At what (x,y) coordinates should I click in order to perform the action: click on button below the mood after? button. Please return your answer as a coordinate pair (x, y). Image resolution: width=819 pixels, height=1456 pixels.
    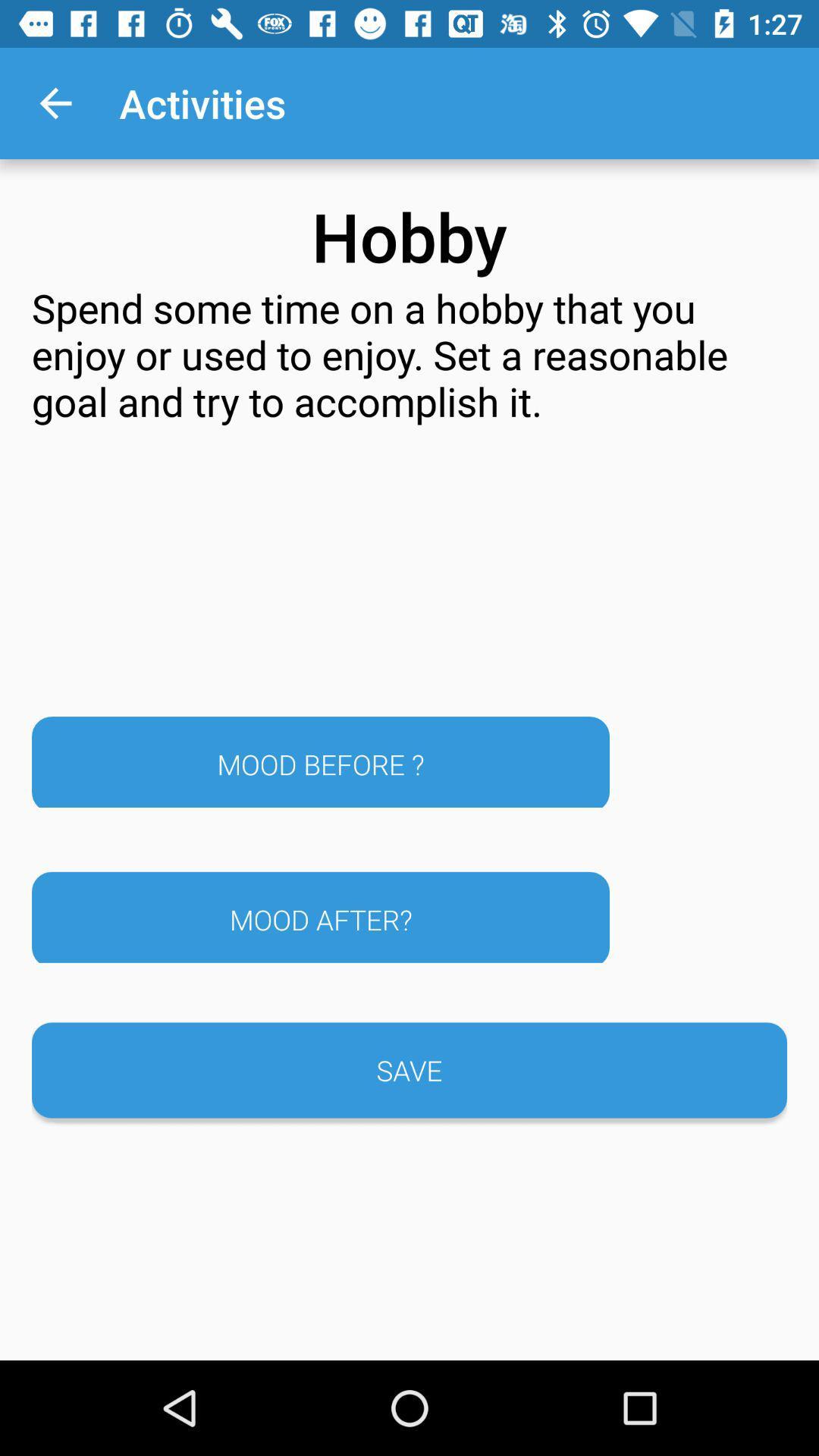
    Looking at the image, I should click on (409, 1069).